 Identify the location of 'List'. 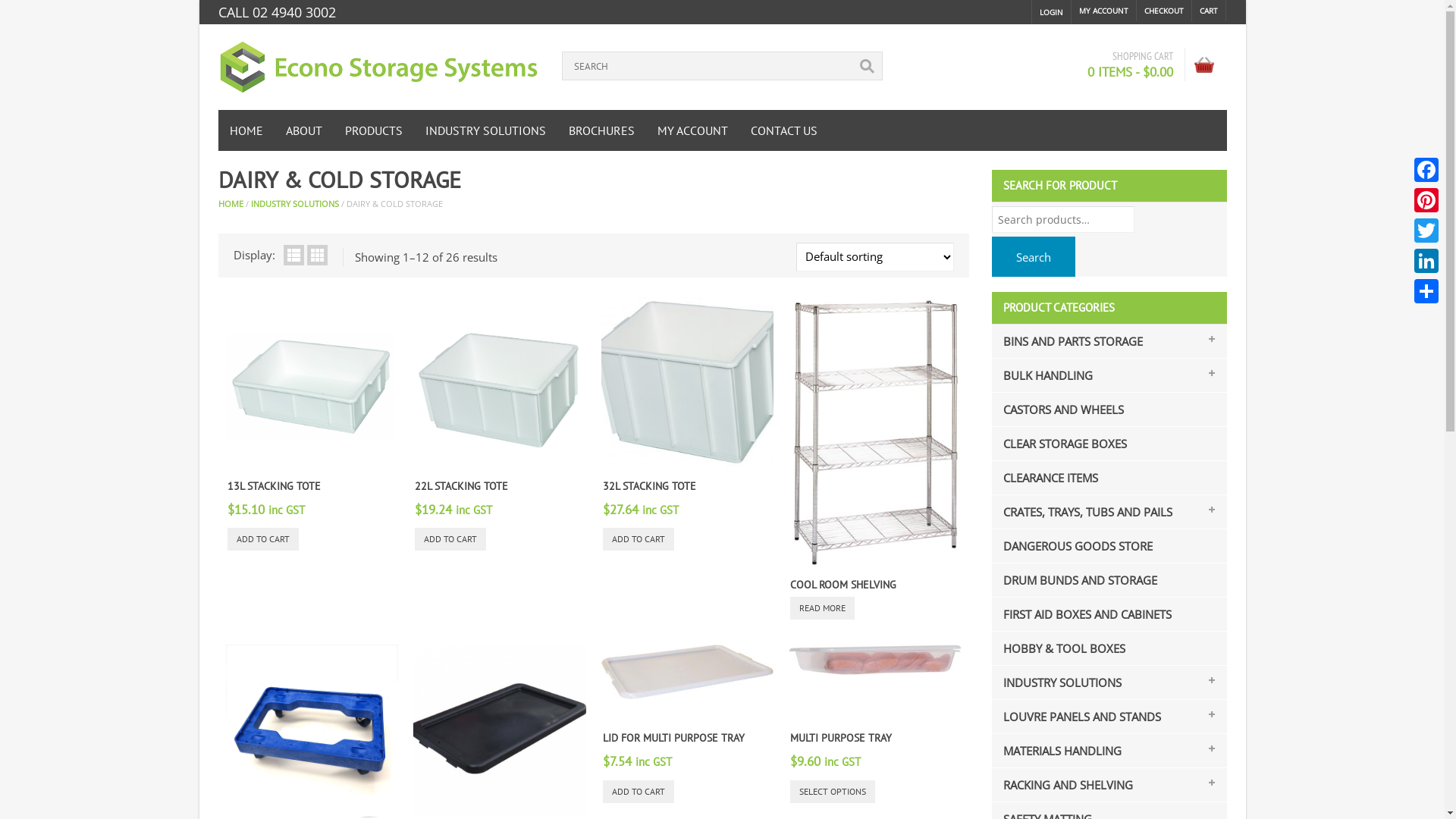
(293, 254).